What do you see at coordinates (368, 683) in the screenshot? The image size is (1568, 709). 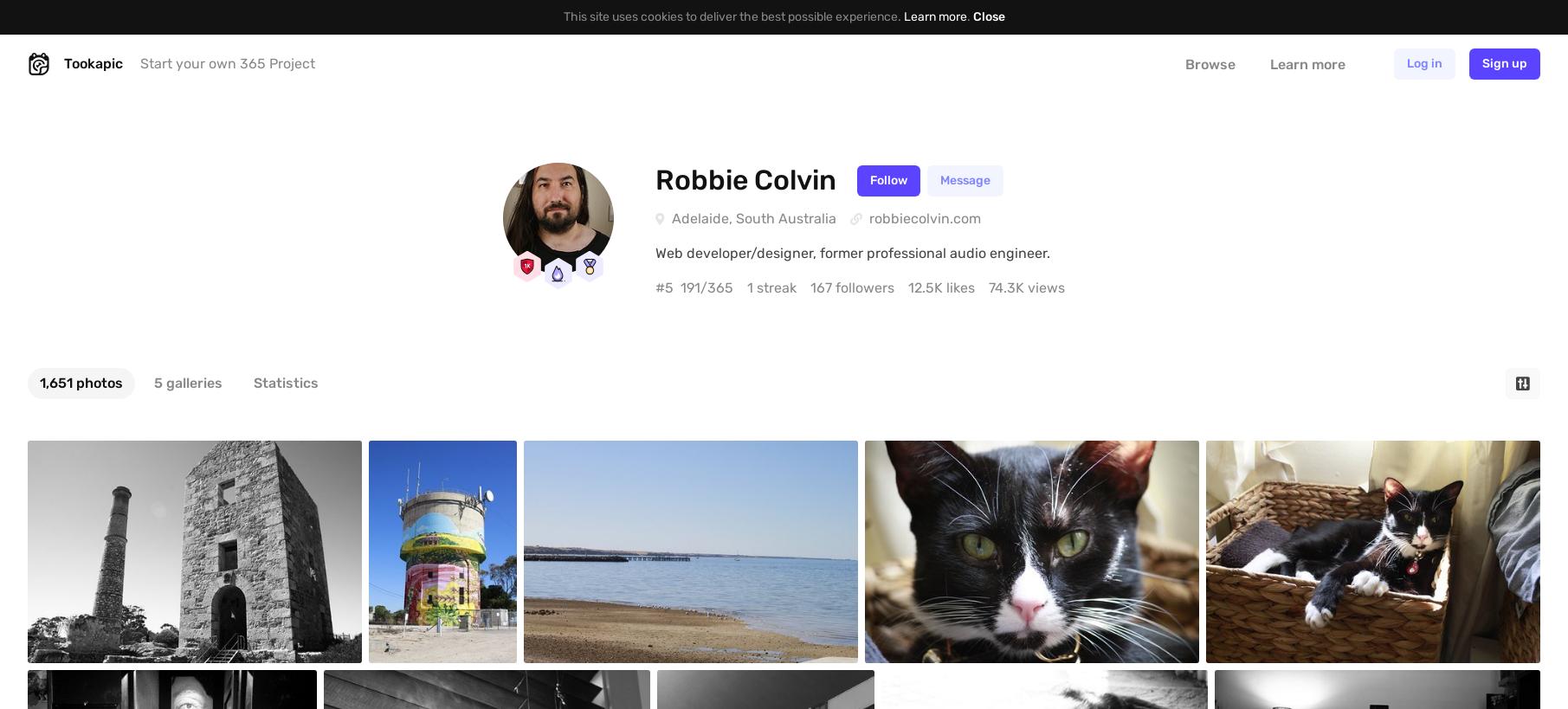 I see `'Feb 22nd, 2021'` at bounding box center [368, 683].